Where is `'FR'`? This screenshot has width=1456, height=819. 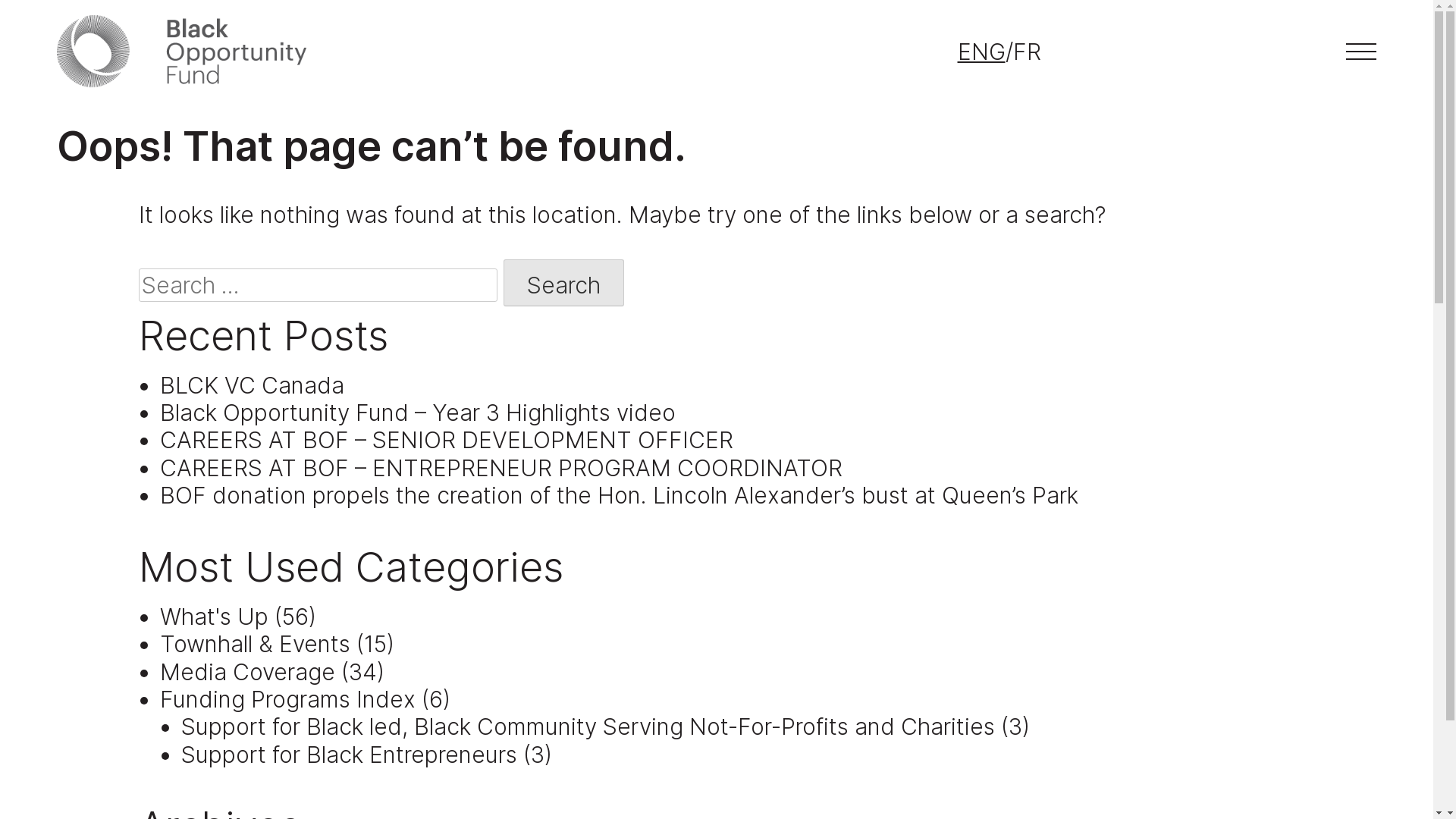
'FR' is located at coordinates (1027, 51).